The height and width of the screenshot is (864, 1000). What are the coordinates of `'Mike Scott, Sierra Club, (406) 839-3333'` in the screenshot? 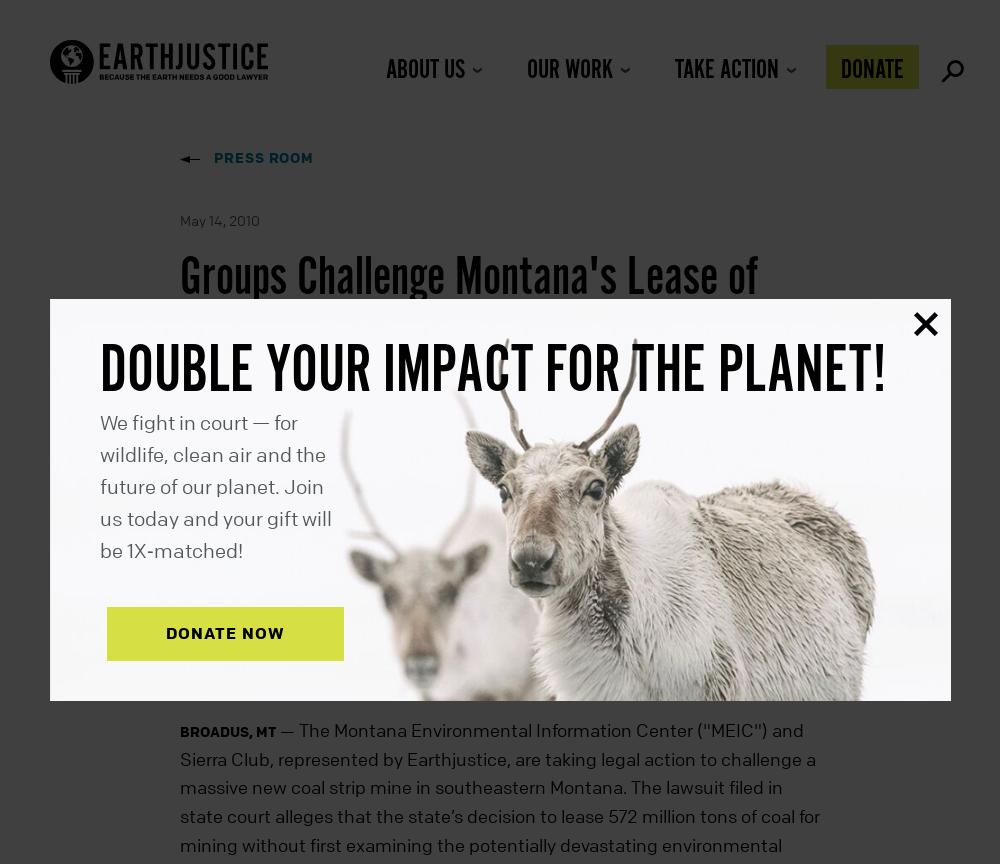 It's located at (335, 648).